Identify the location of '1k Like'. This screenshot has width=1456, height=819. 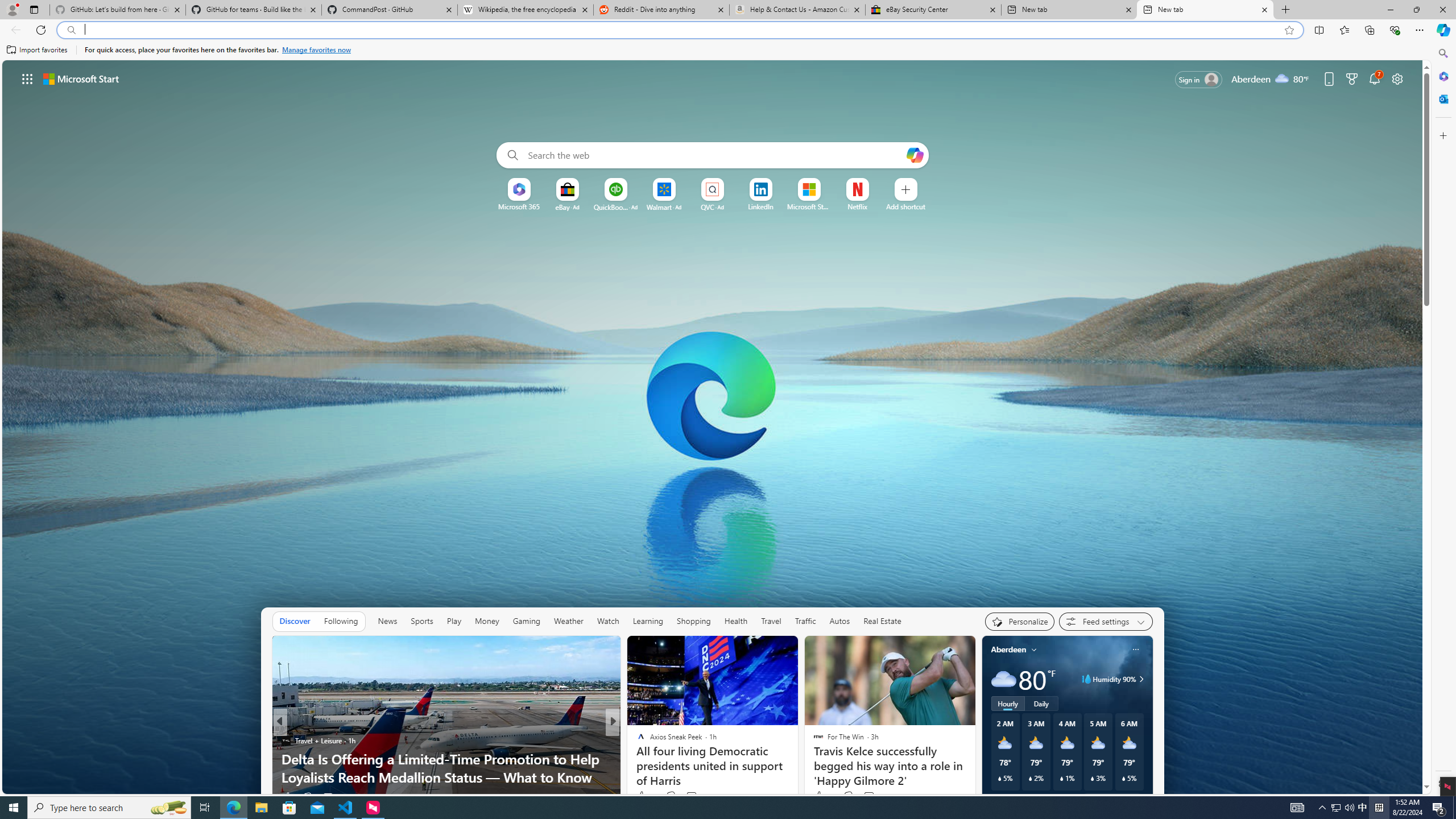
(640, 797).